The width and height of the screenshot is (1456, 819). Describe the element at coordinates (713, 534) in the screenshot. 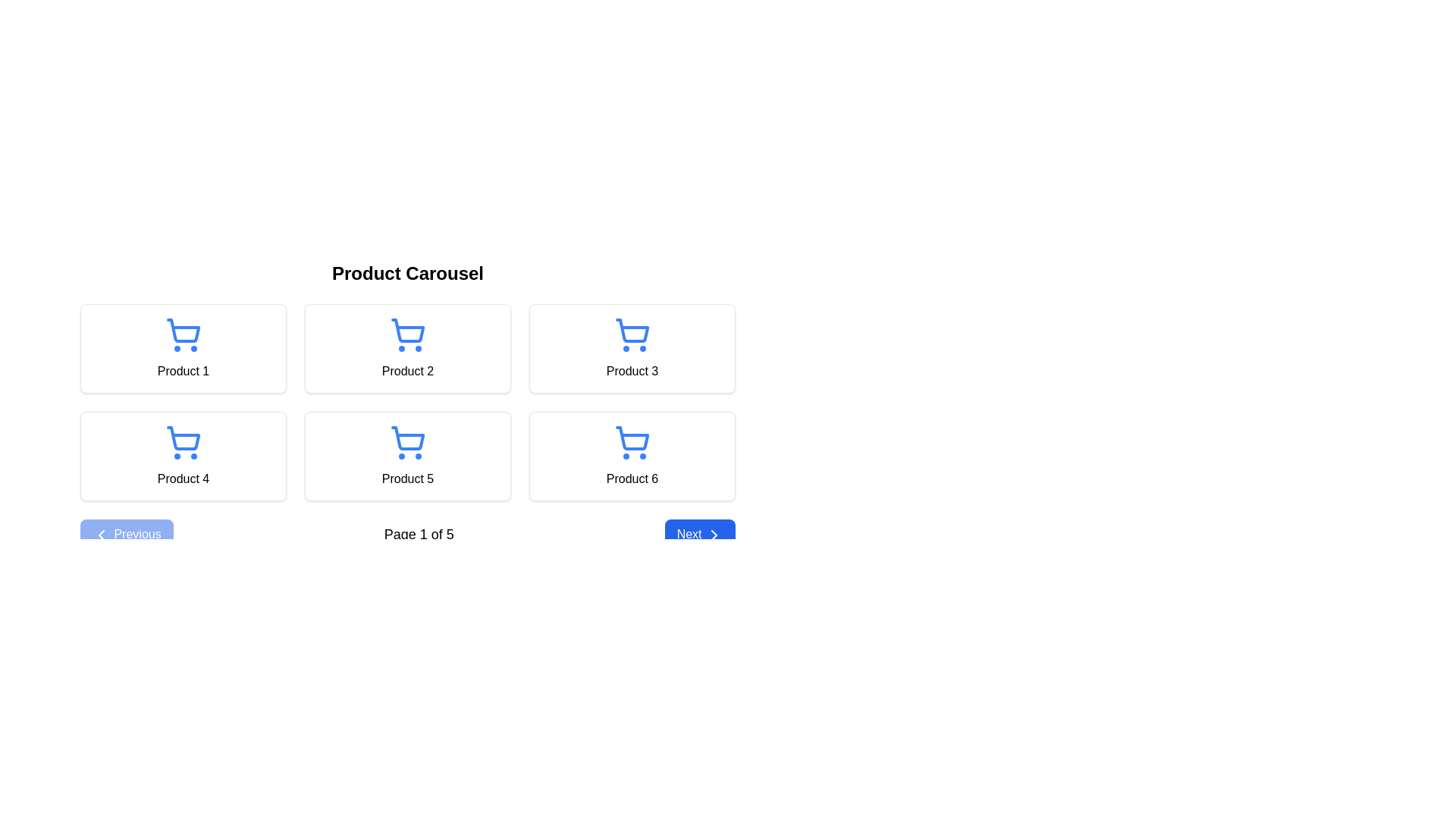

I see `the right-pointing chevron icon within the 'Next' button at the bottom-right corner of the interface` at that location.